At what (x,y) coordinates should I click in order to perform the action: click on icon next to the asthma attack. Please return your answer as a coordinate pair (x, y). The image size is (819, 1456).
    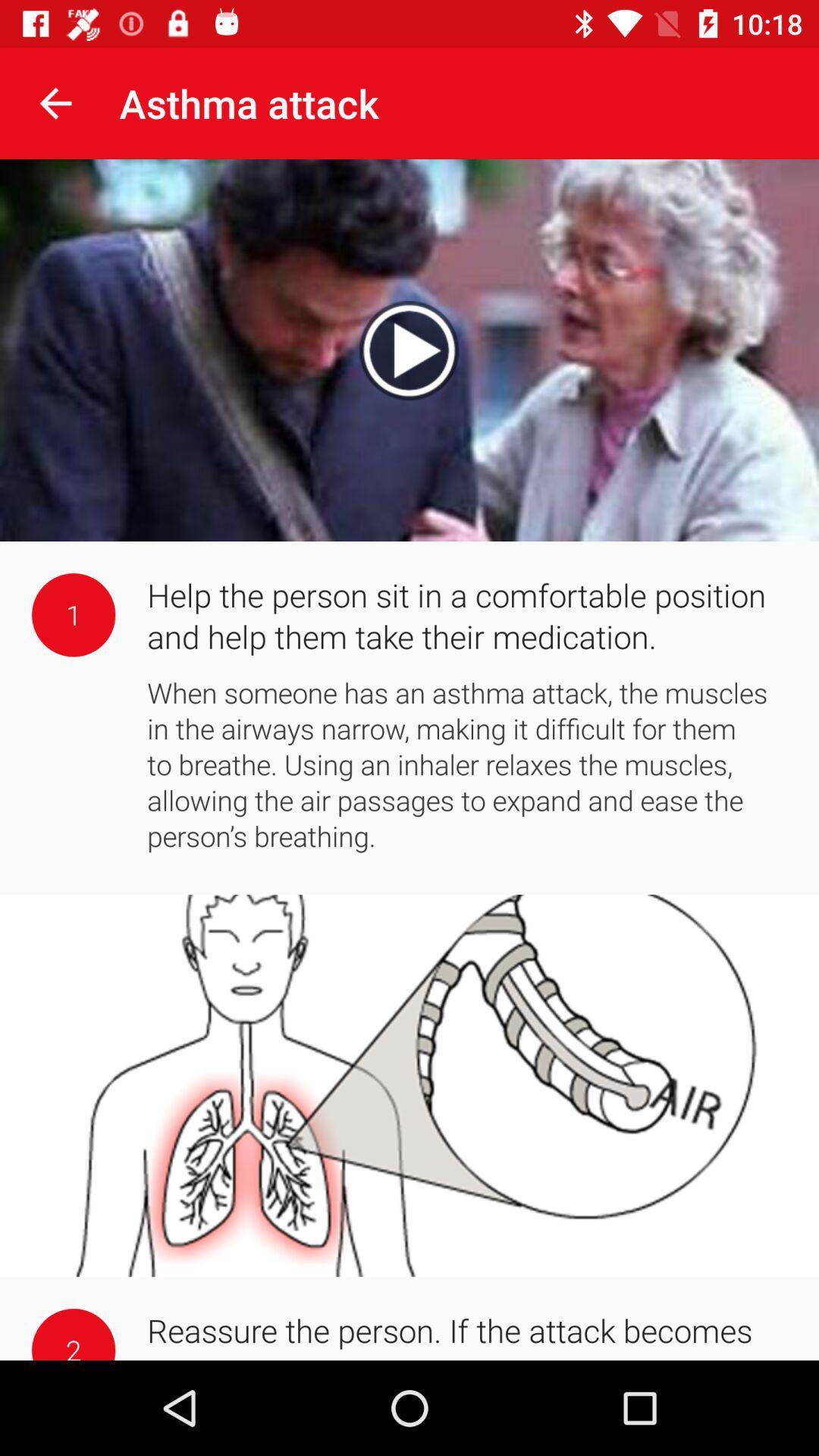
    Looking at the image, I should click on (55, 102).